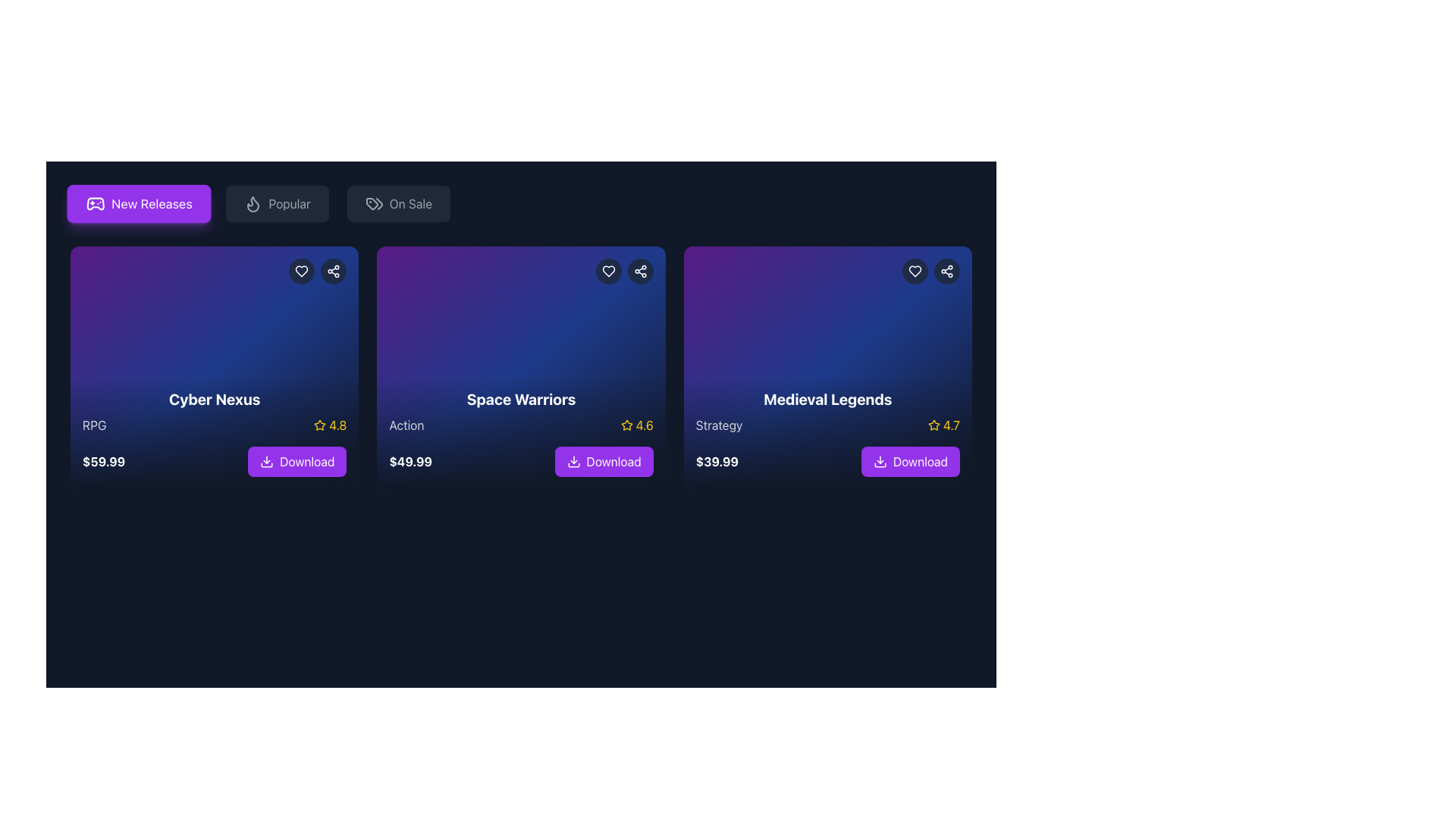 The image size is (1456, 819). What do you see at coordinates (827, 425) in the screenshot?
I see `informational row indicating the genre 'Strategy' and the aggregated rating of the item located beneath the title 'Medieval Legends' and above the pricing text` at bounding box center [827, 425].